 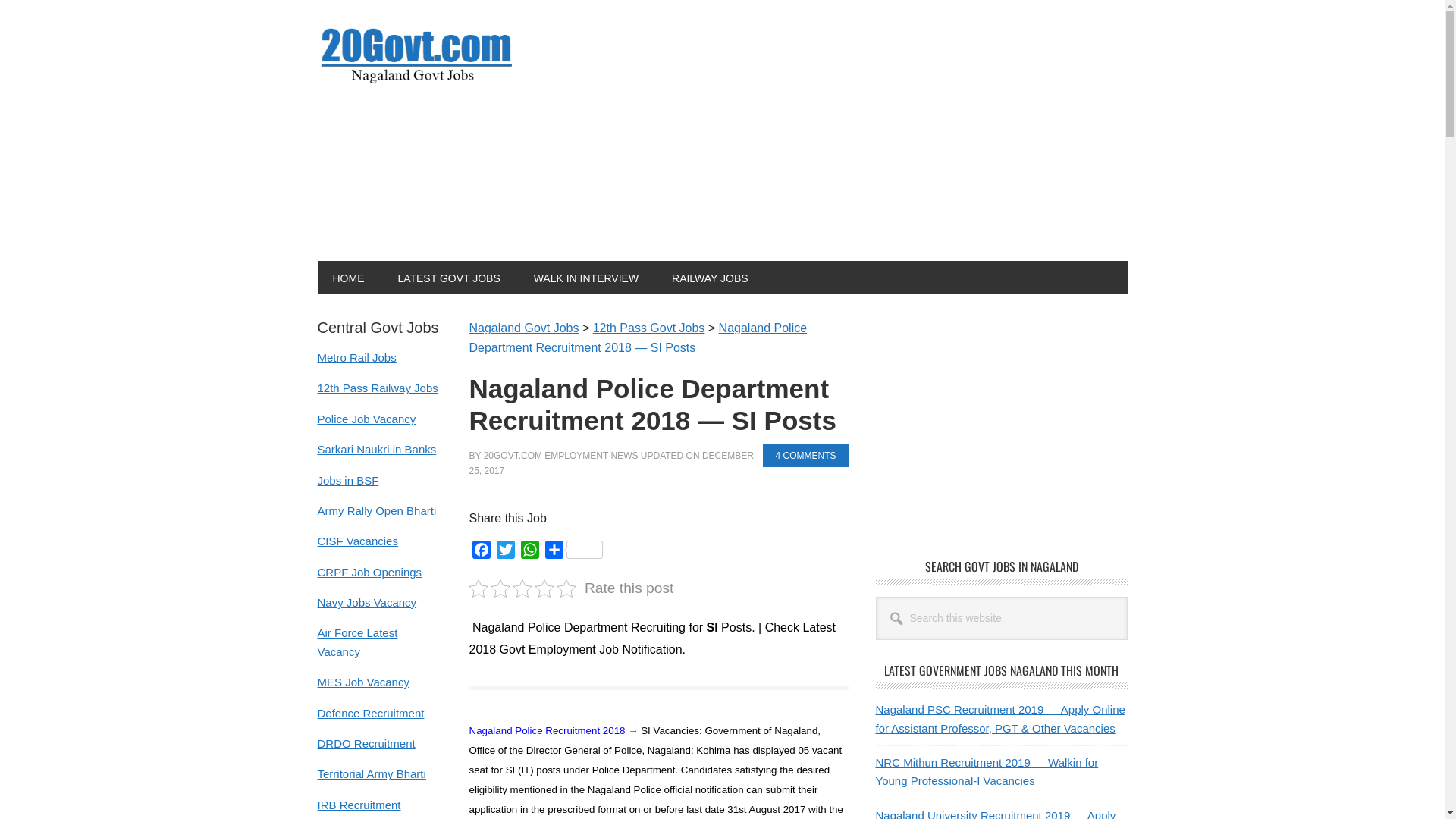 What do you see at coordinates (371, 773) in the screenshot?
I see `'Territorial Army Bharti'` at bounding box center [371, 773].